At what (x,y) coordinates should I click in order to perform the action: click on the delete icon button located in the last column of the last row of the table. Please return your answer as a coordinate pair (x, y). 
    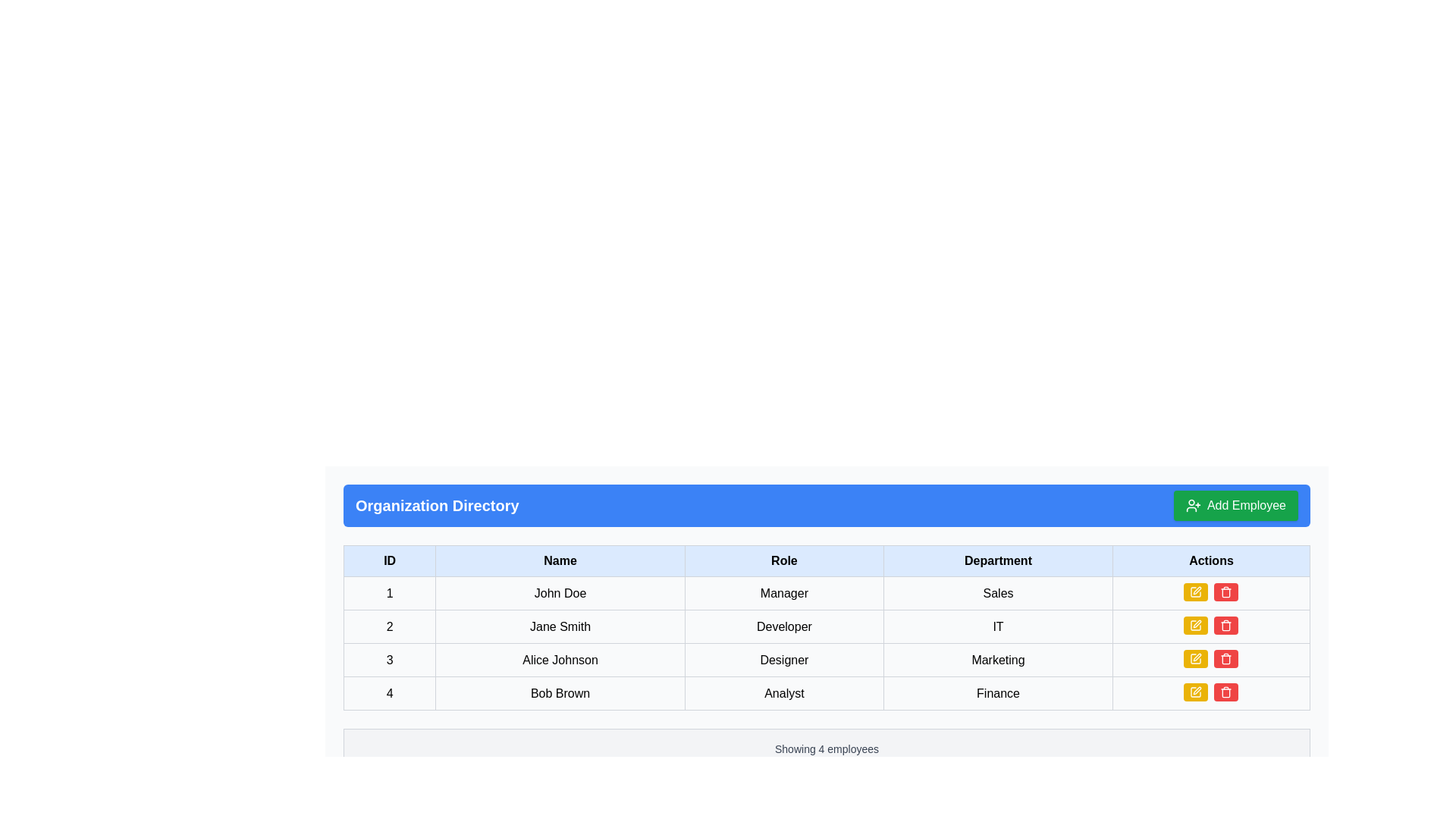
    Looking at the image, I should click on (1226, 591).